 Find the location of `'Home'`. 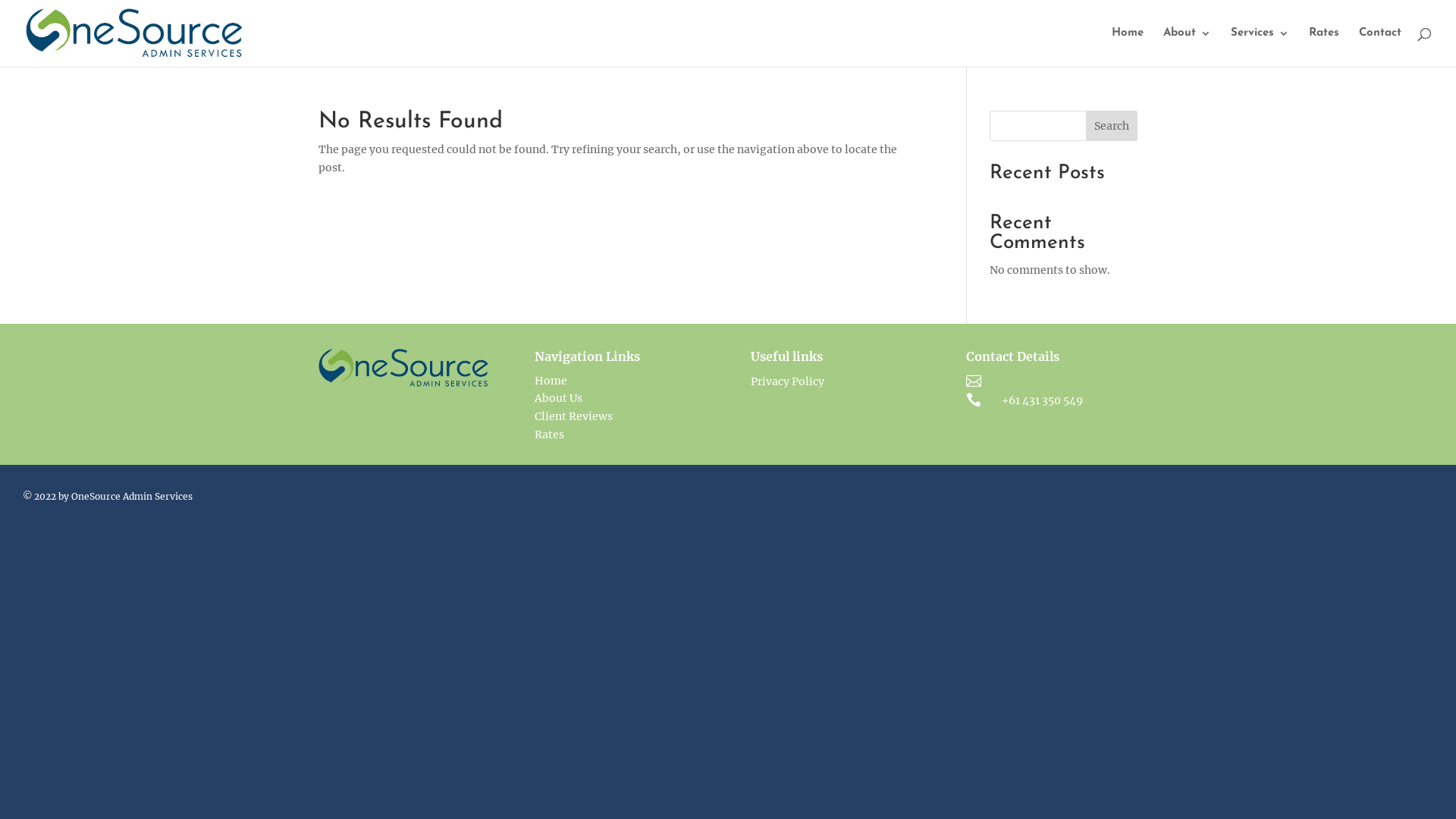

'Home' is located at coordinates (1128, 46).